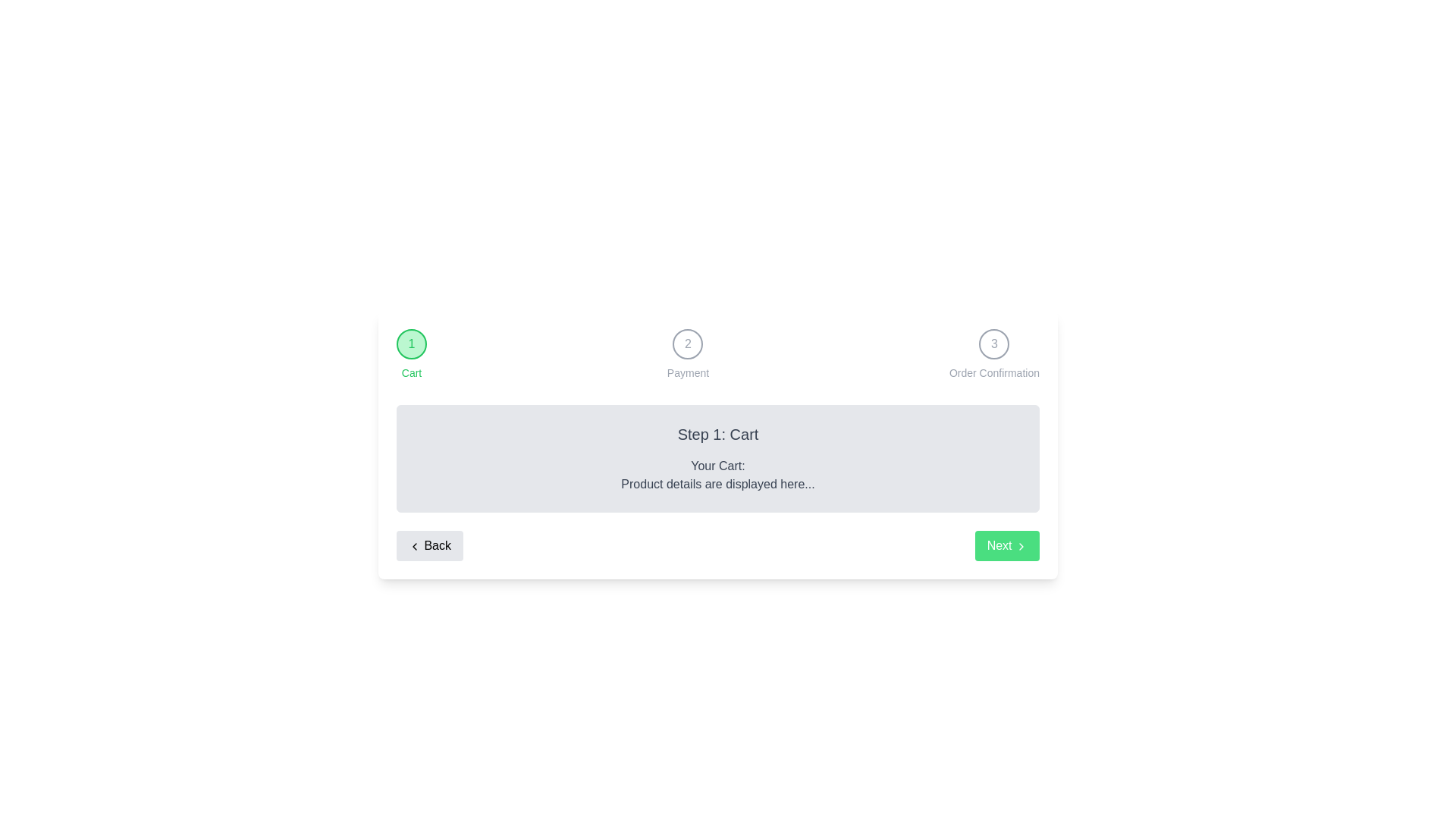  Describe the element at coordinates (993, 354) in the screenshot. I see `the stepper elements: Order Confirmation` at that location.